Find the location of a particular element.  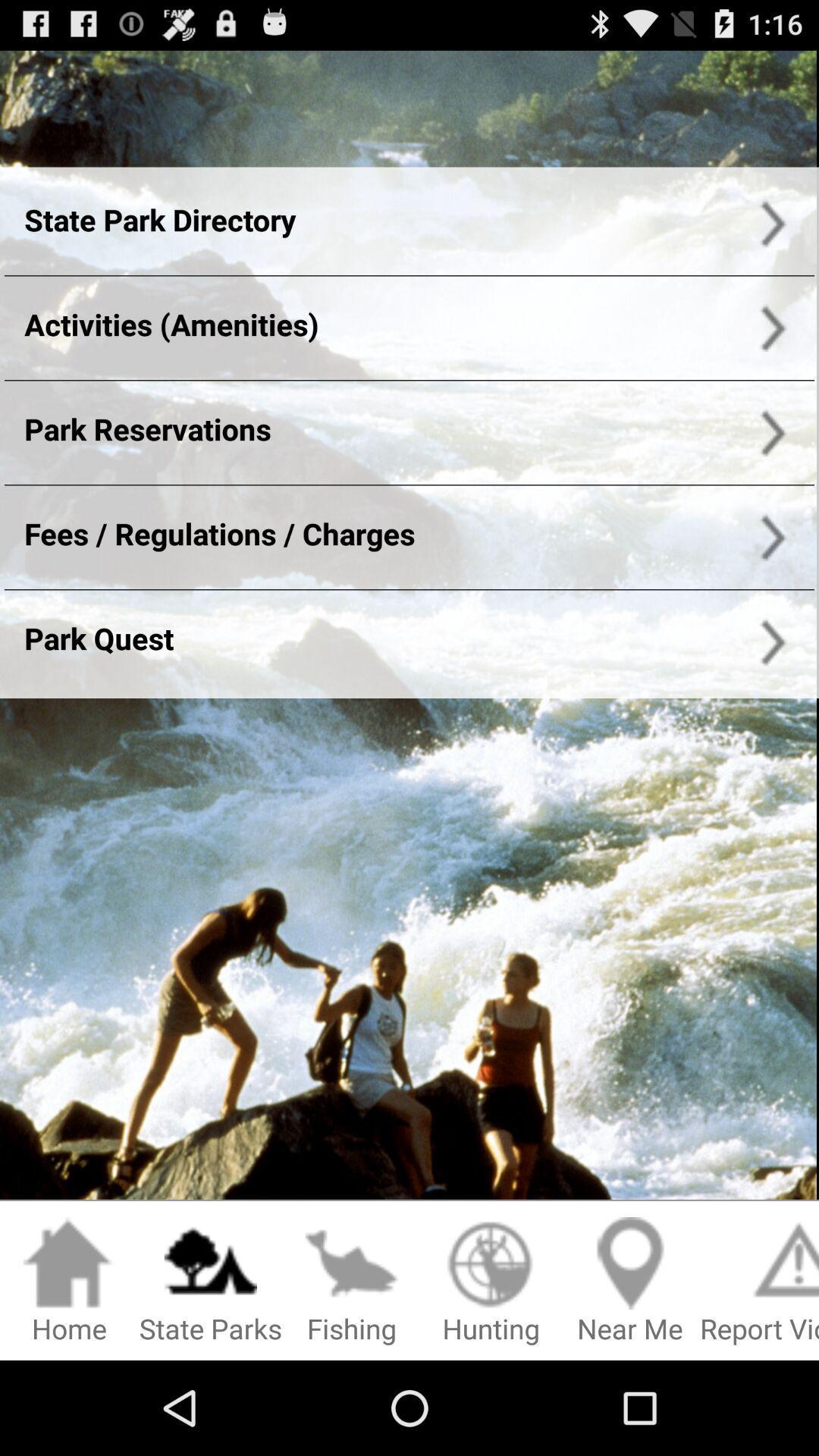

hunting is located at coordinates (491, 1281).